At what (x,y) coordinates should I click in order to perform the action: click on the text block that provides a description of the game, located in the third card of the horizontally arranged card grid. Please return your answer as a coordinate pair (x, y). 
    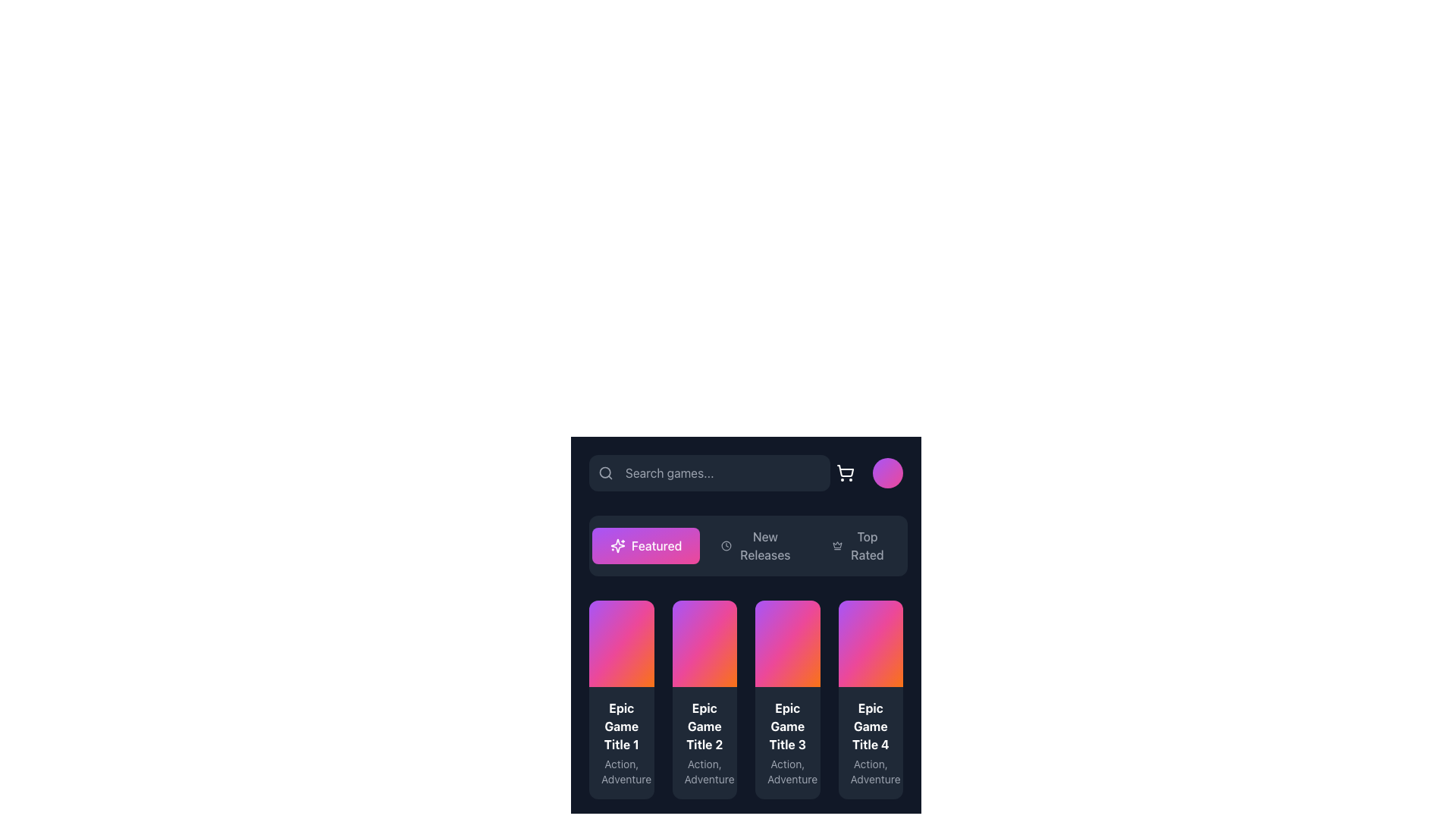
    Looking at the image, I should click on (787, 704).